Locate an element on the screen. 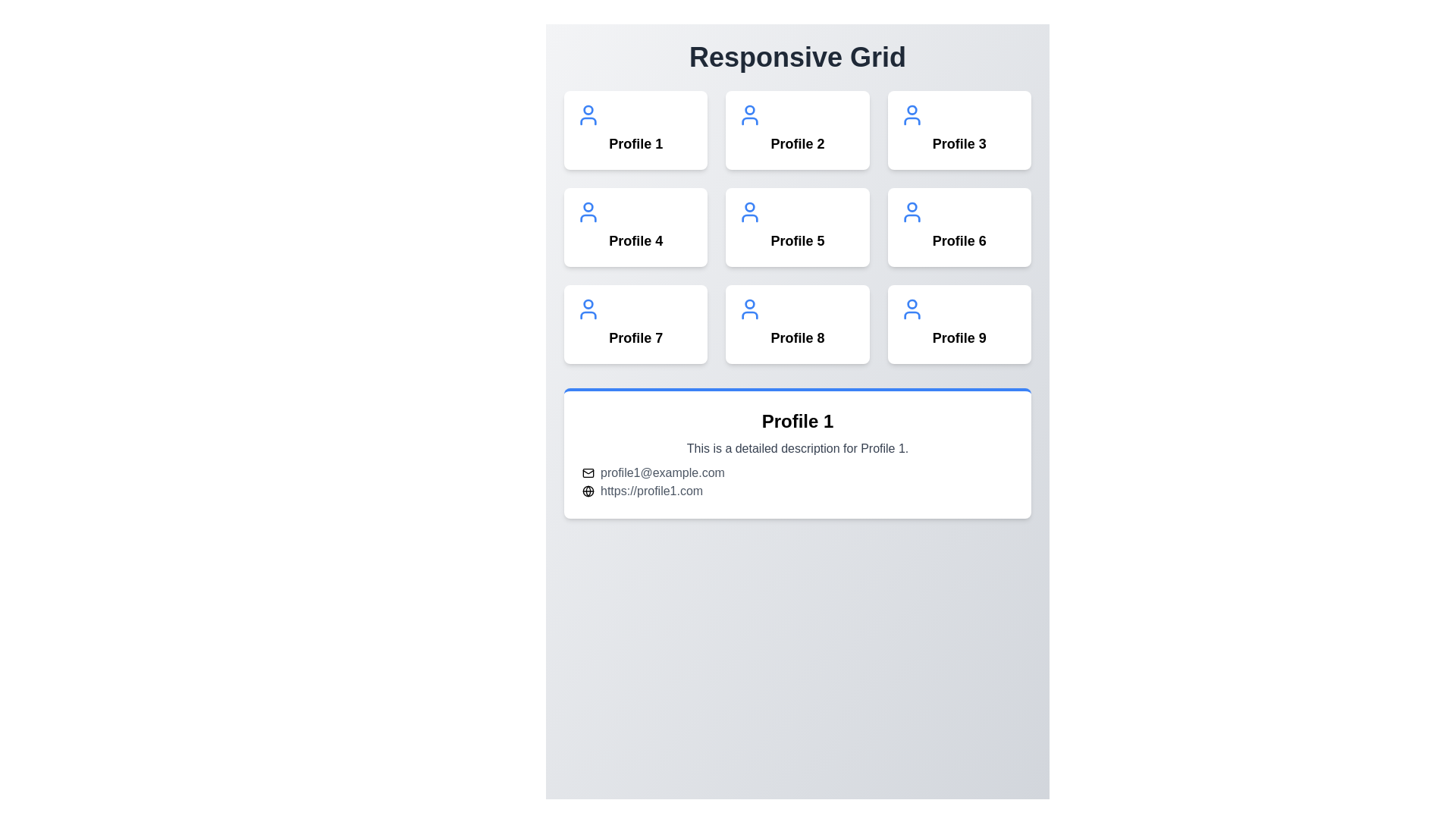  the text label that serves as a title for the user profile card located in the top-left corner of the grid layout is located at coordinates (635, 143).